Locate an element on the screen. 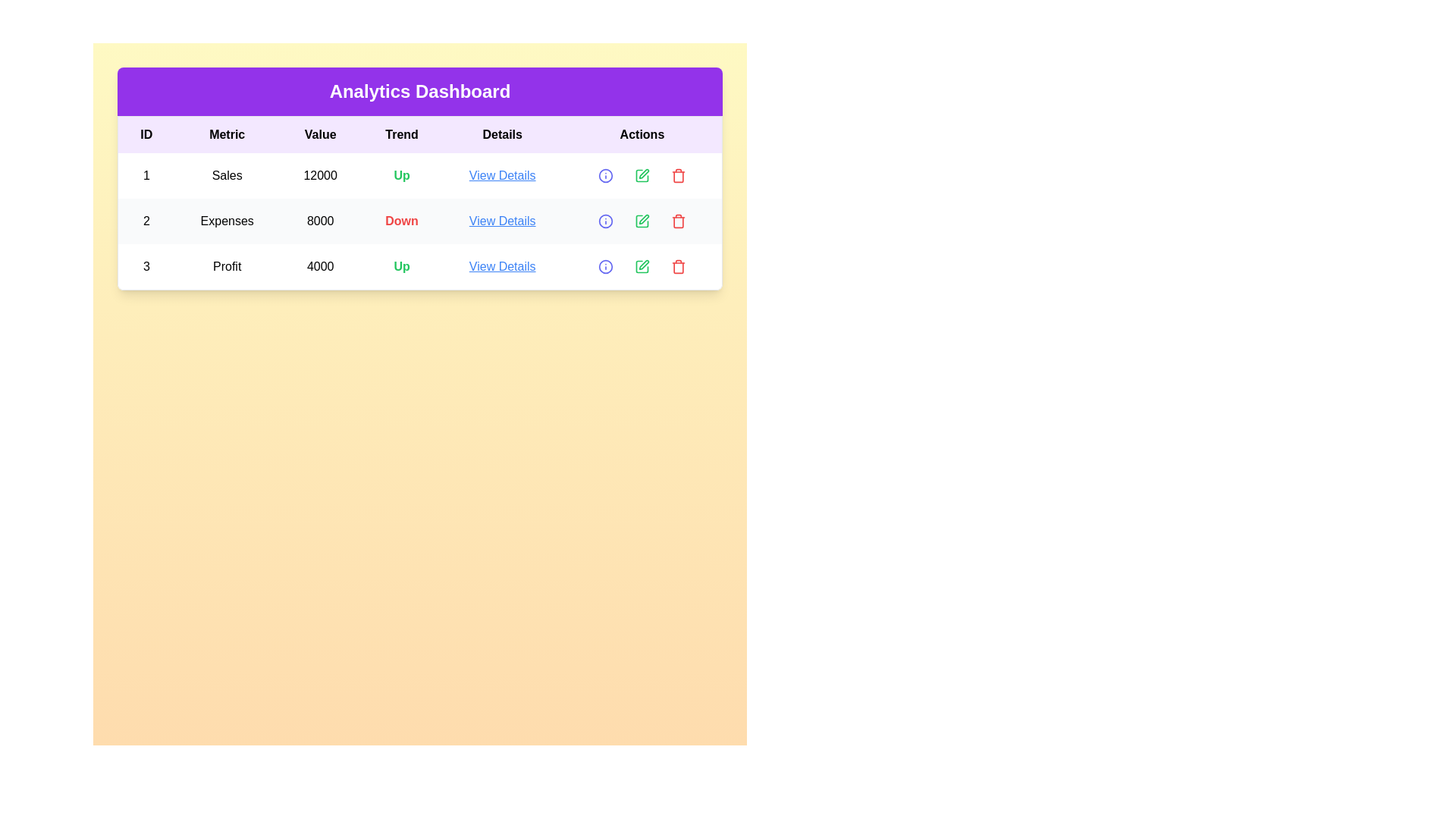 This screenshot has width=1456, height=819. the green pen icon button with a rounded border located in the 'Actions' column of the third row for the 'Profit' metric is located at coordinates (642, 265).